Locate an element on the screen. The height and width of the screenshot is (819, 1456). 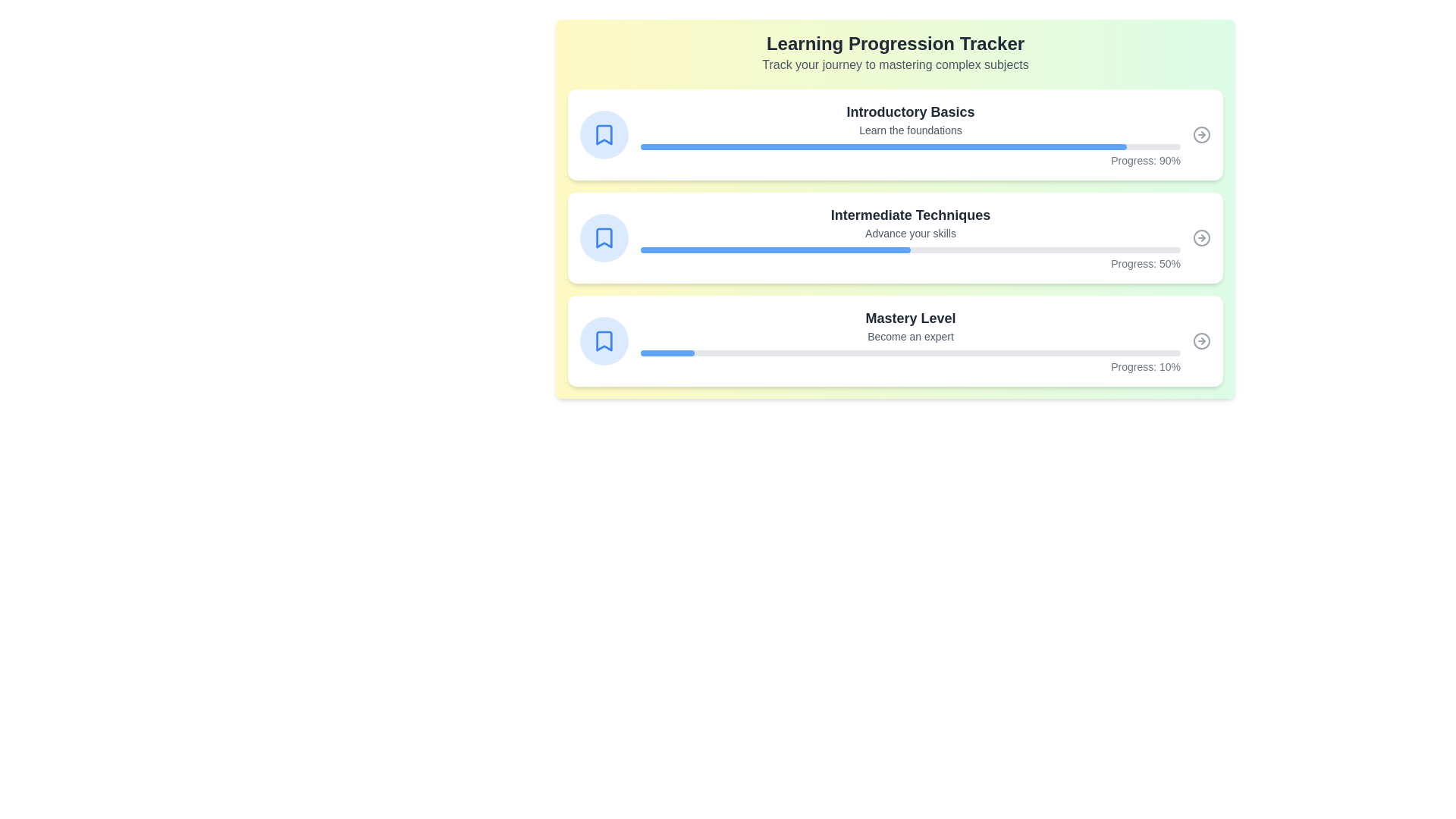
the prominent text label 'Mastery Level' which is styled in bold and dark gray, positioned at the top of the progress tracking section is located at coordinates (910, 318).